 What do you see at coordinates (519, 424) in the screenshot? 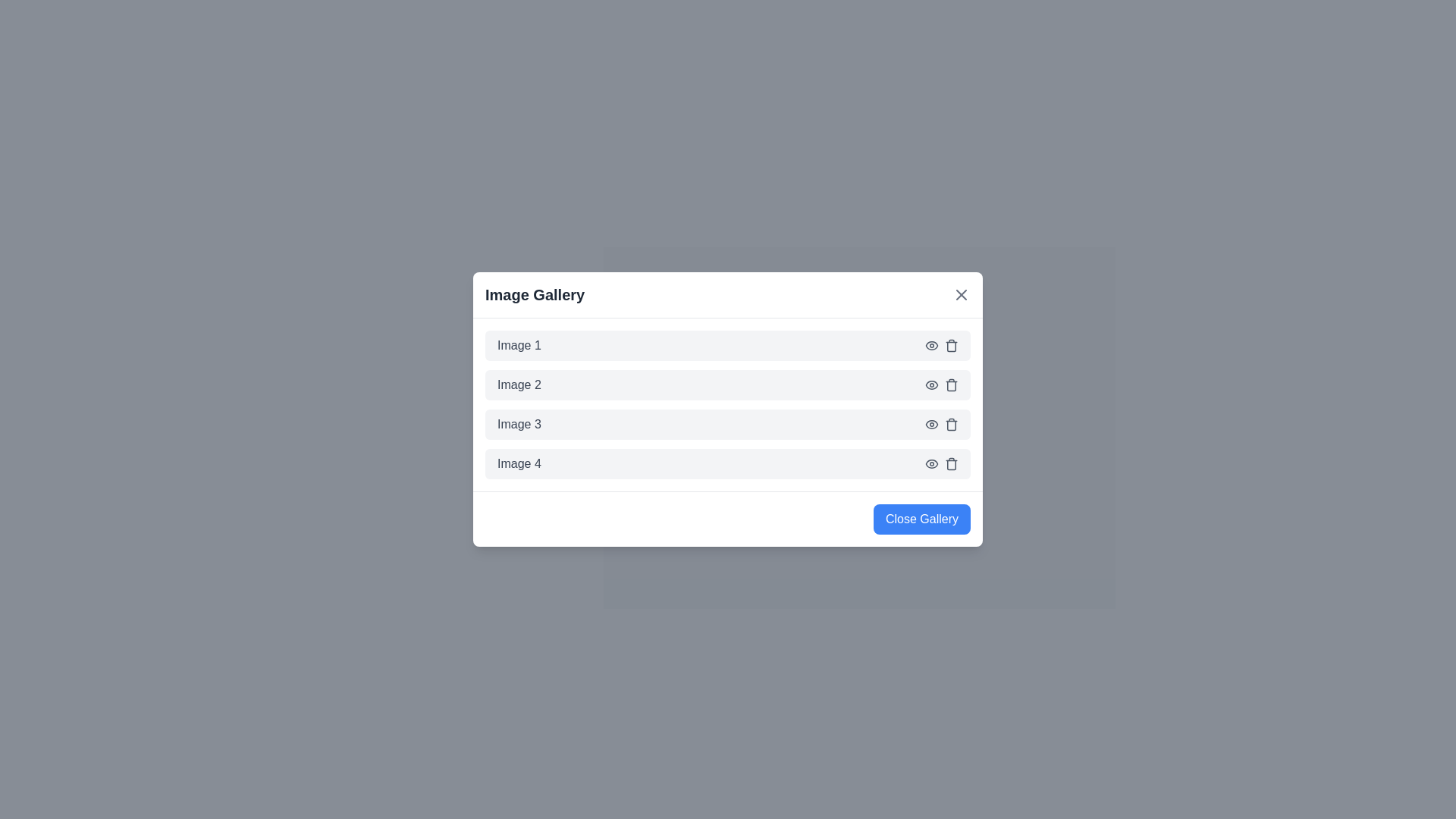
I see `the text label that identifies the third image in the gallery, positioned between 'Image 2' and 'Image 4' in the third row` at bounding box center [519, 424].